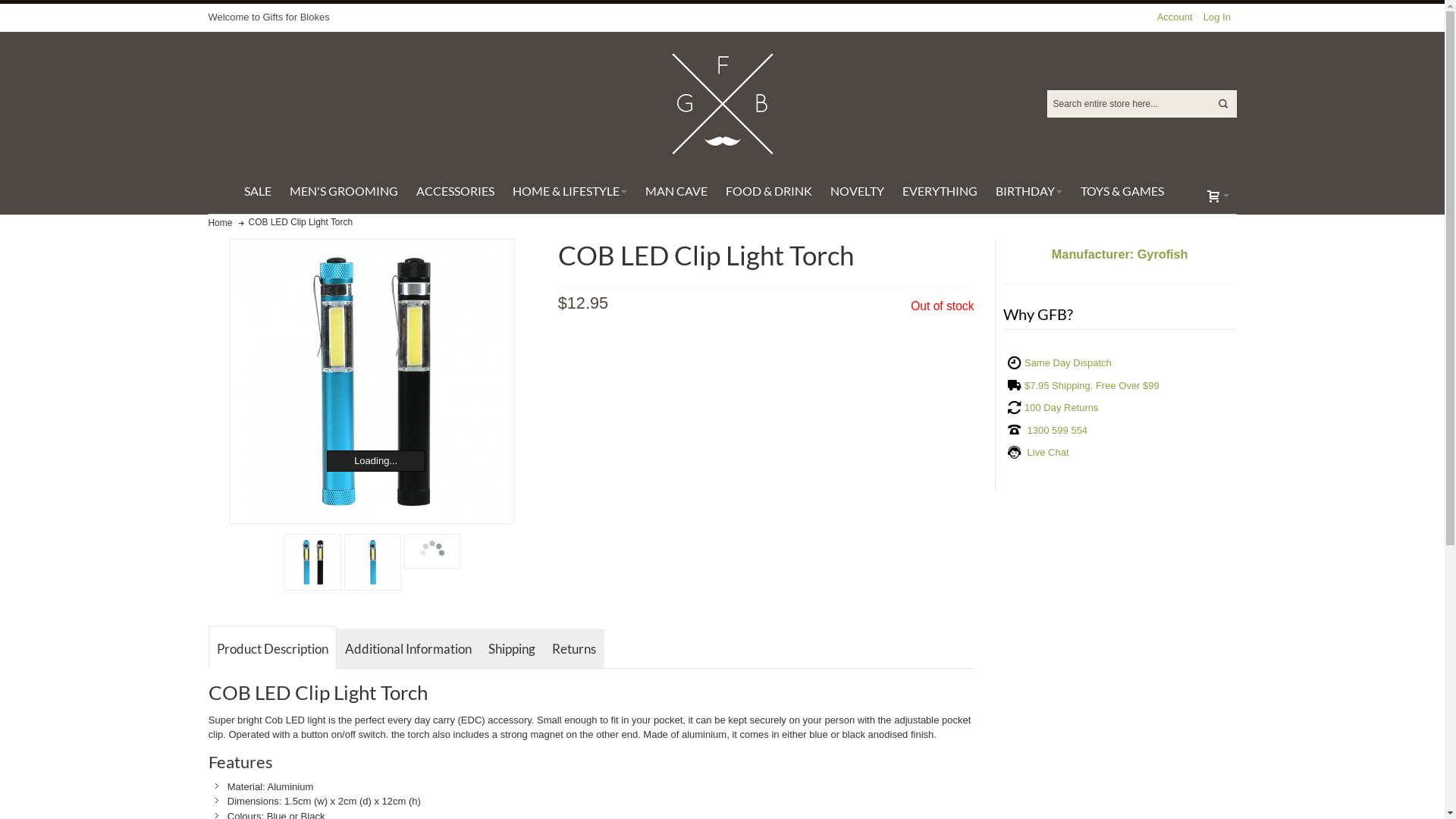  I want to click on 'Gifts for Men', so click(666, 103).